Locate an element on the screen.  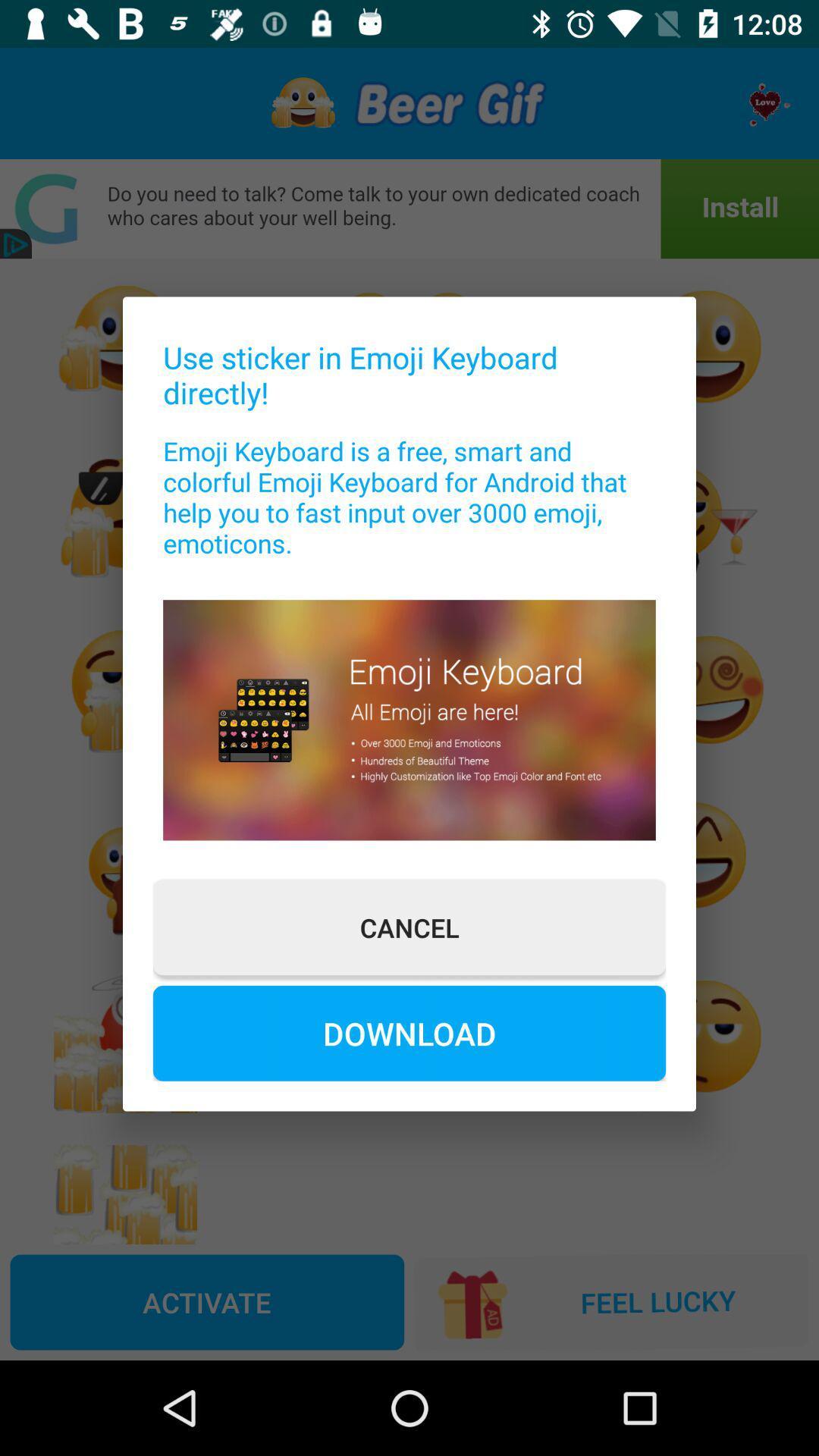
cancel icon is located at coordinates (409, 927).